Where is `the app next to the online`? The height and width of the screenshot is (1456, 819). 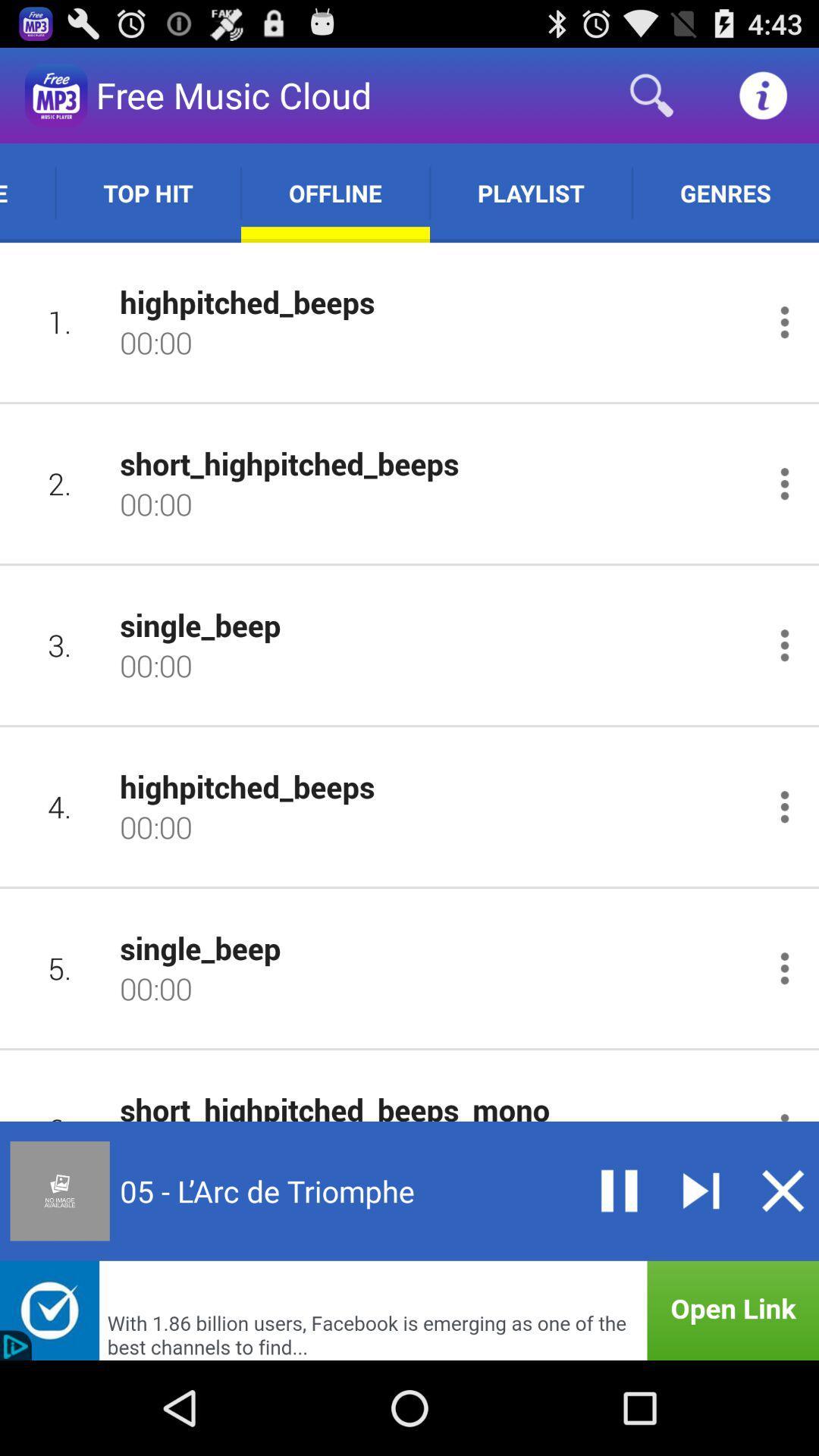 the app next to the online is located at coordinates (148, 192).